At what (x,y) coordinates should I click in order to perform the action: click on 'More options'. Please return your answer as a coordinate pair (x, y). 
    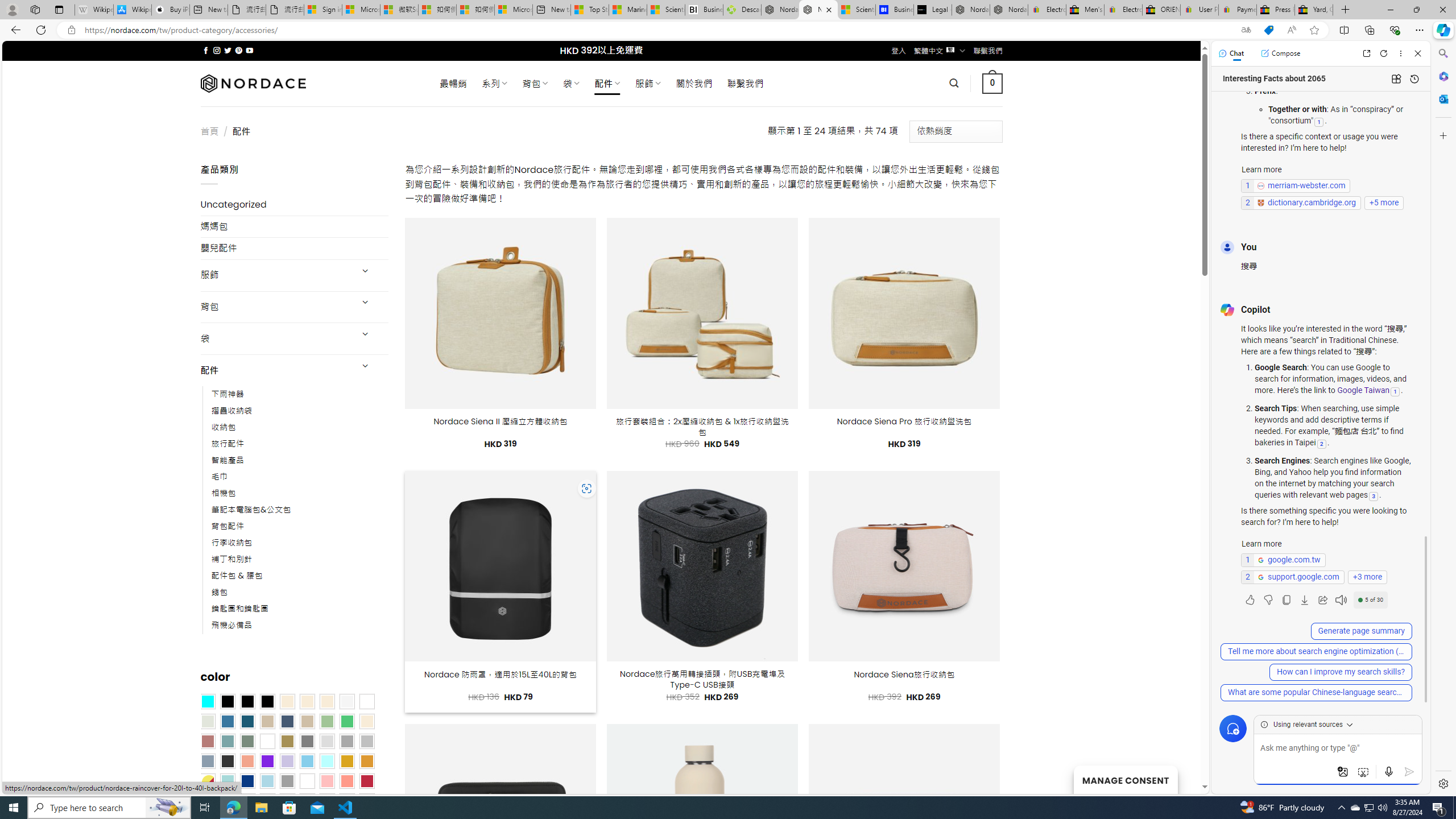
    Looking at the image, I should click on (1401, 53).